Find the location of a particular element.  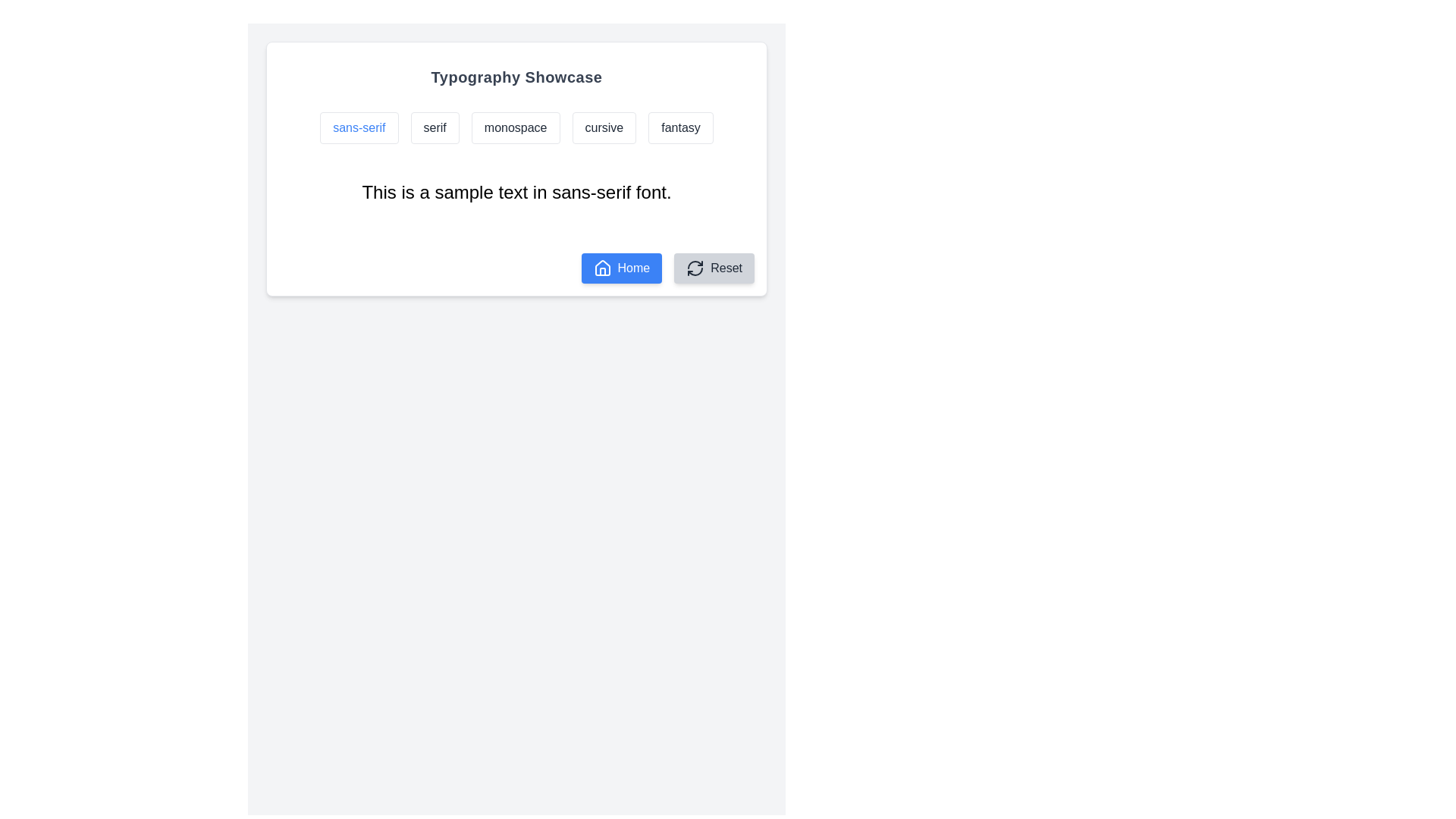

the button is located at coordinates (434, 127).